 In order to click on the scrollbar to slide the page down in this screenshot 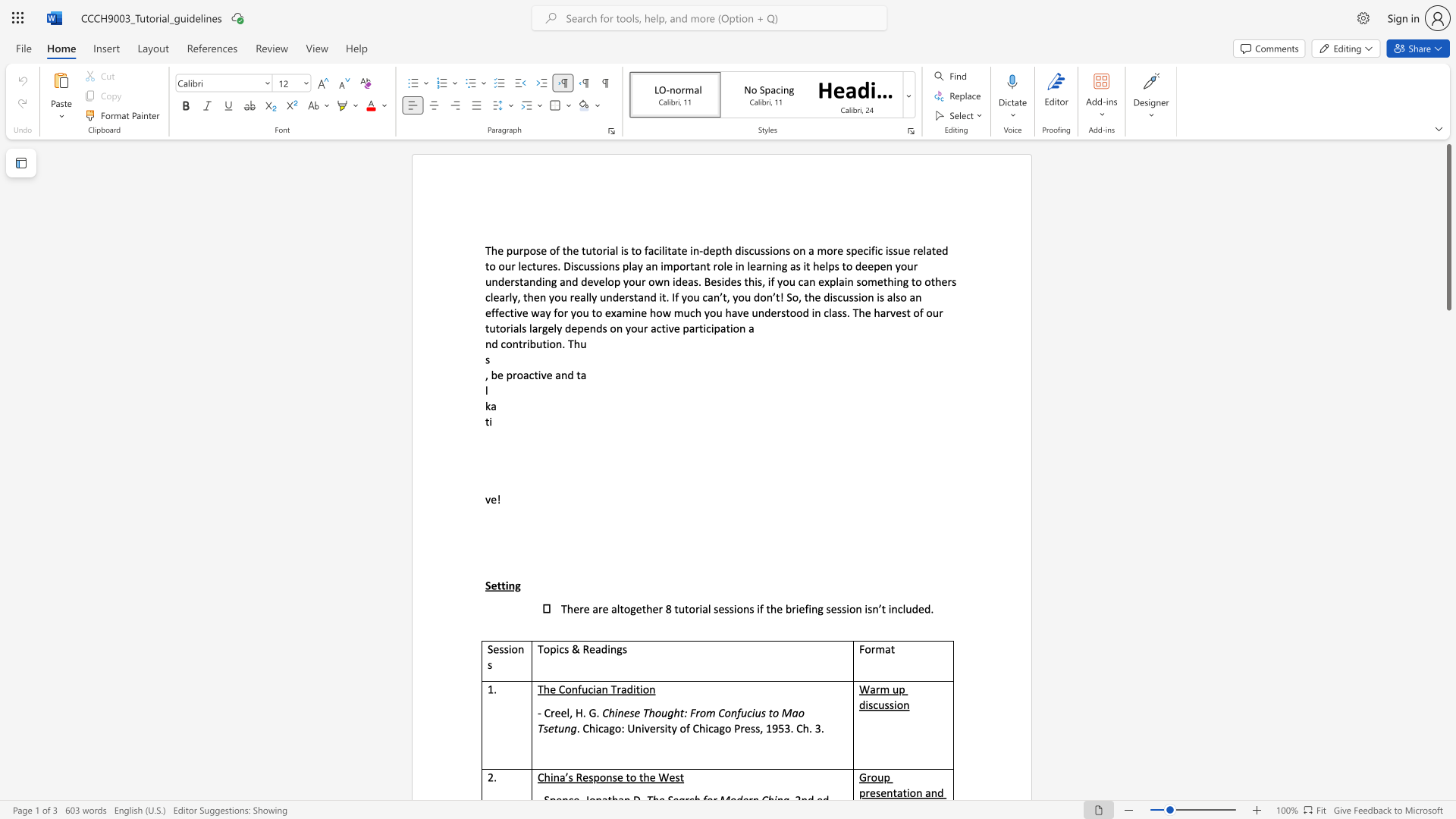, I will do `click(1448, 461)`.